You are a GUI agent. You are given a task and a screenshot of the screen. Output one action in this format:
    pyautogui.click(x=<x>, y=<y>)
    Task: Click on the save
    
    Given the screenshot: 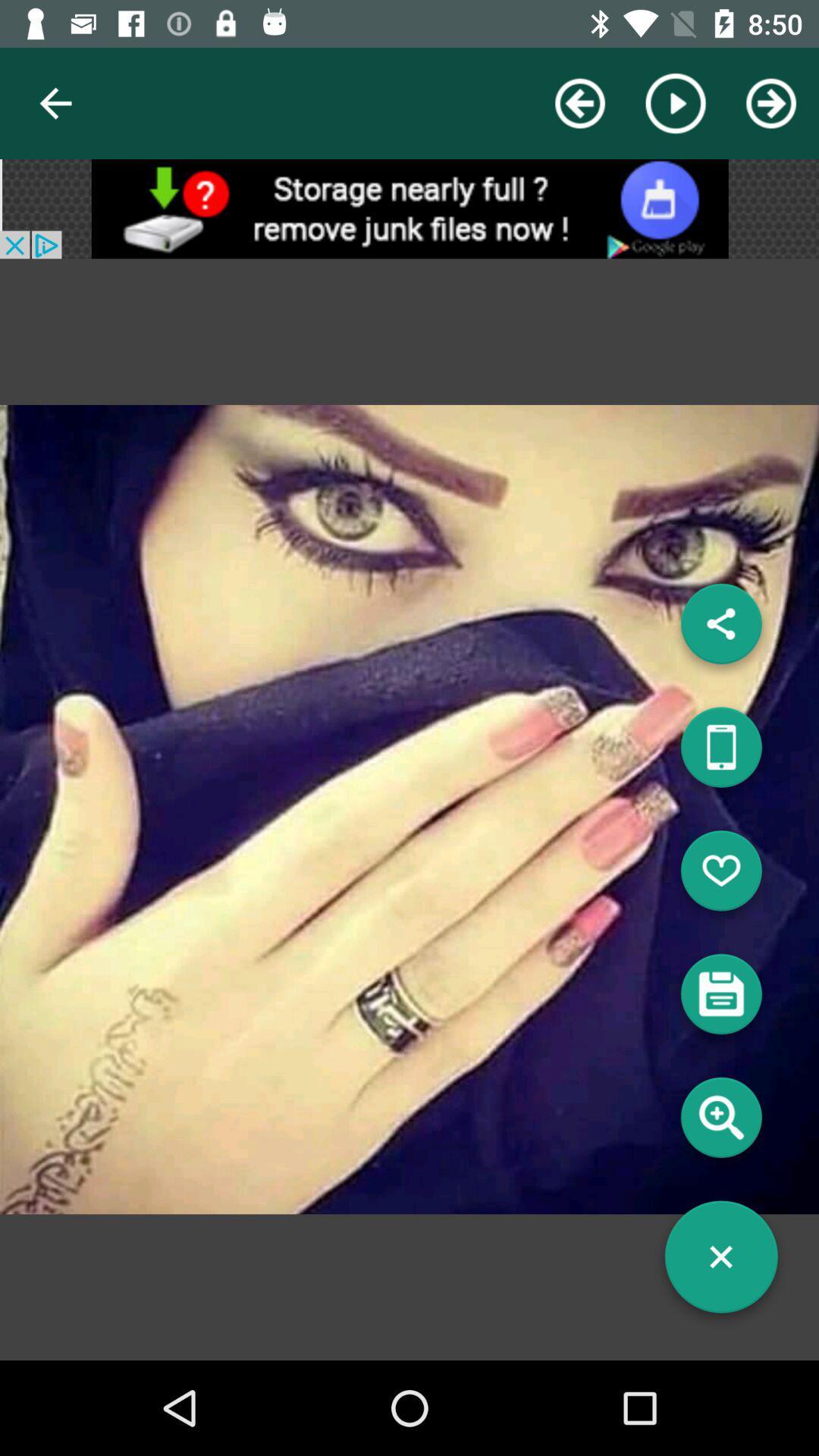 What is the action you would take?
    pyautogui.click(x=720, y=999)
    